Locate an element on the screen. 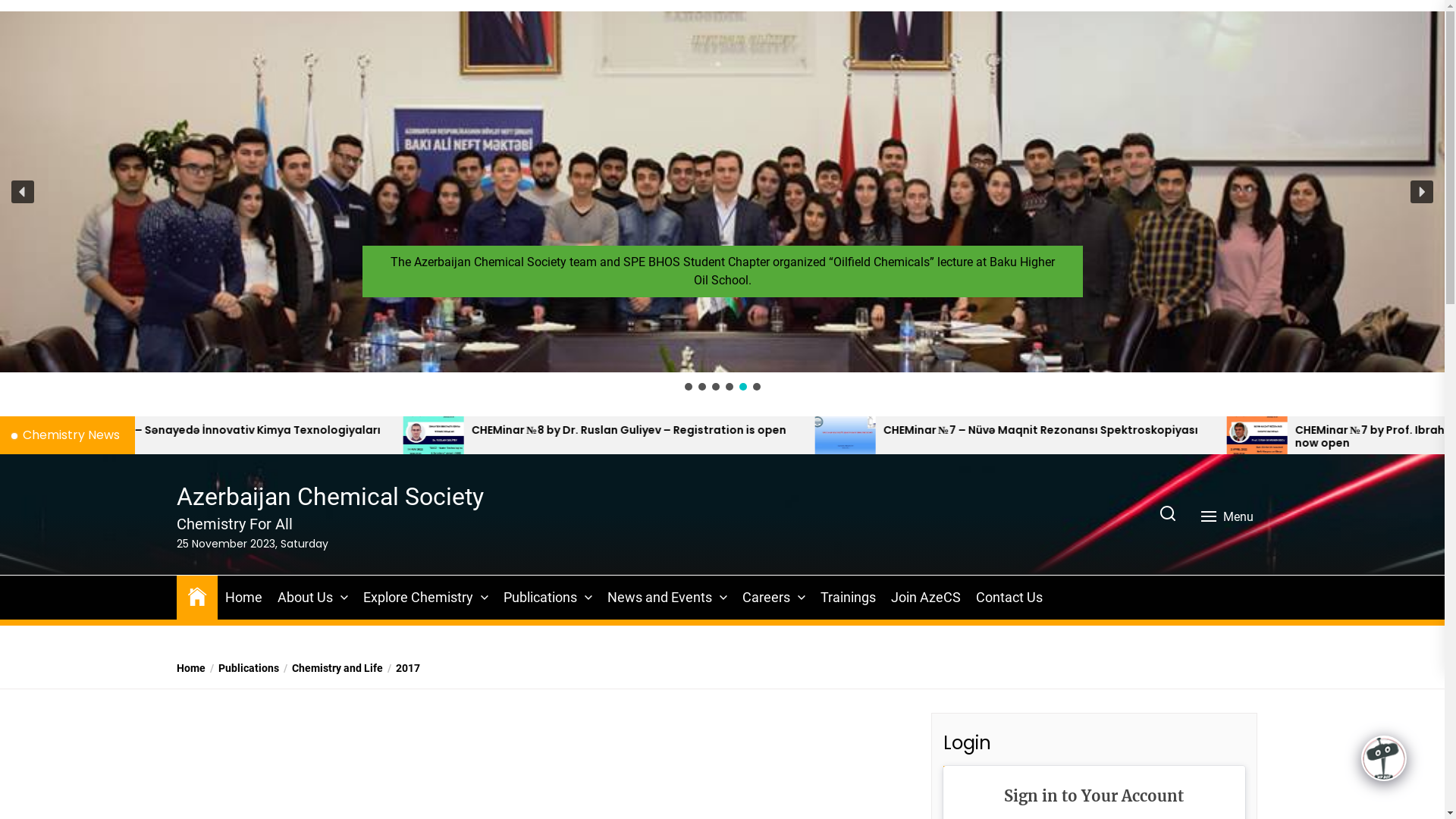 The image size is (1456, 819). 'Chemistry and Life' is located at coordinates (330, 667).